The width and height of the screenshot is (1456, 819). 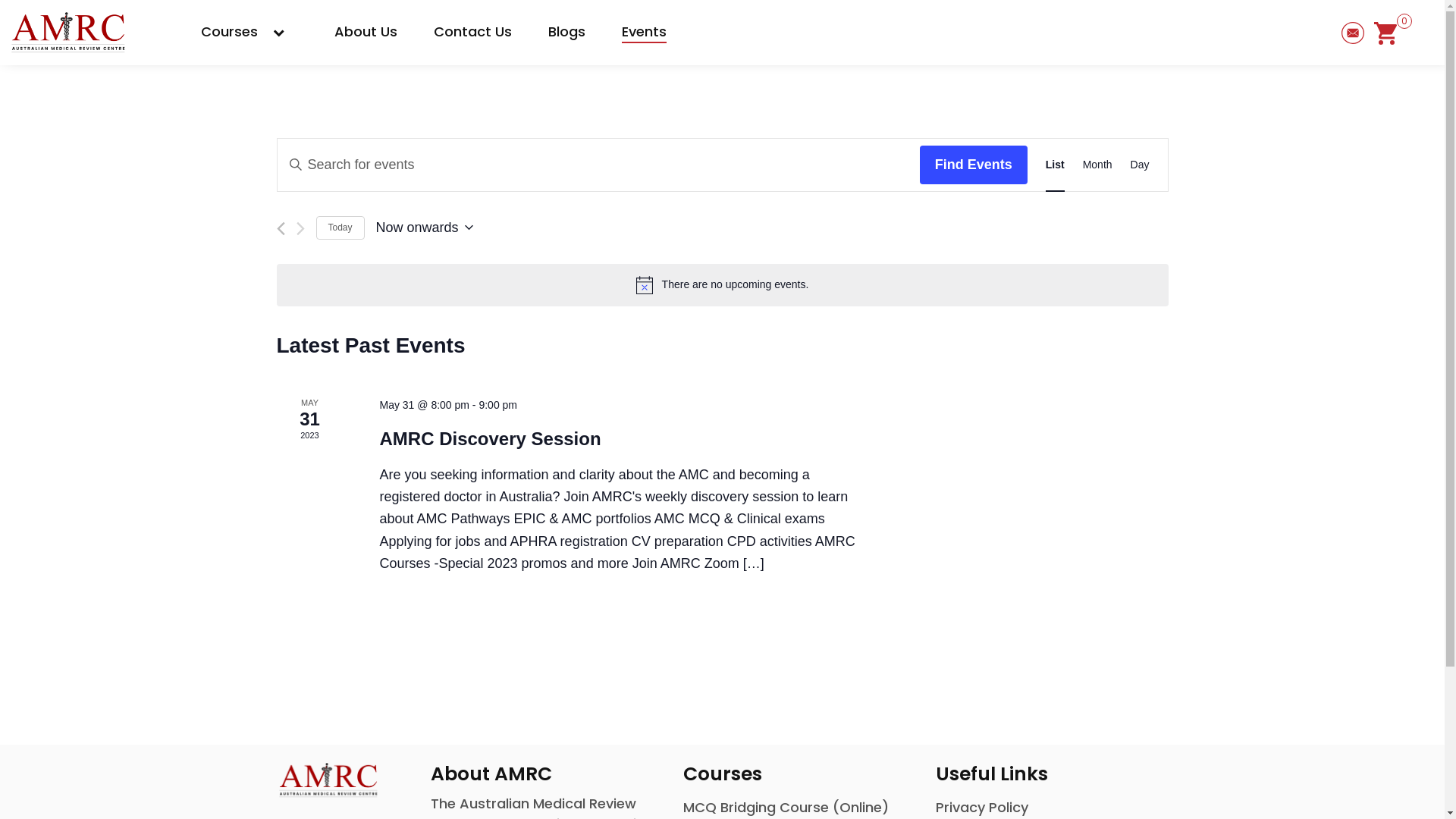 What do you see at coordinates (982, 806) in the screenshot?
I see `'Privacy Policy'` at bounding box center [982, 806].